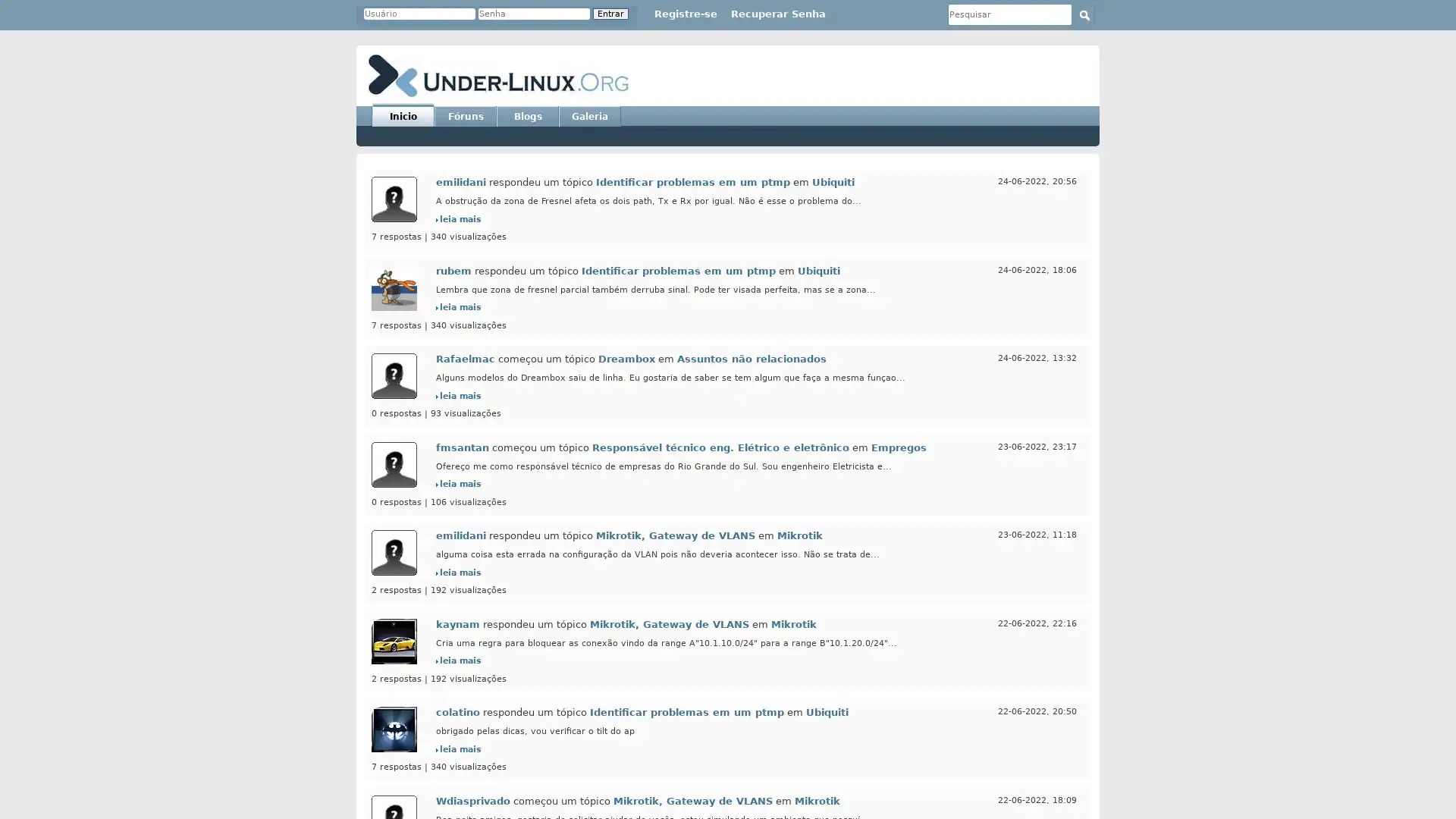  What do you see at coordinates (610, 14) in the screenshot?
I see `Entrar` at bounding box center [610, 14].